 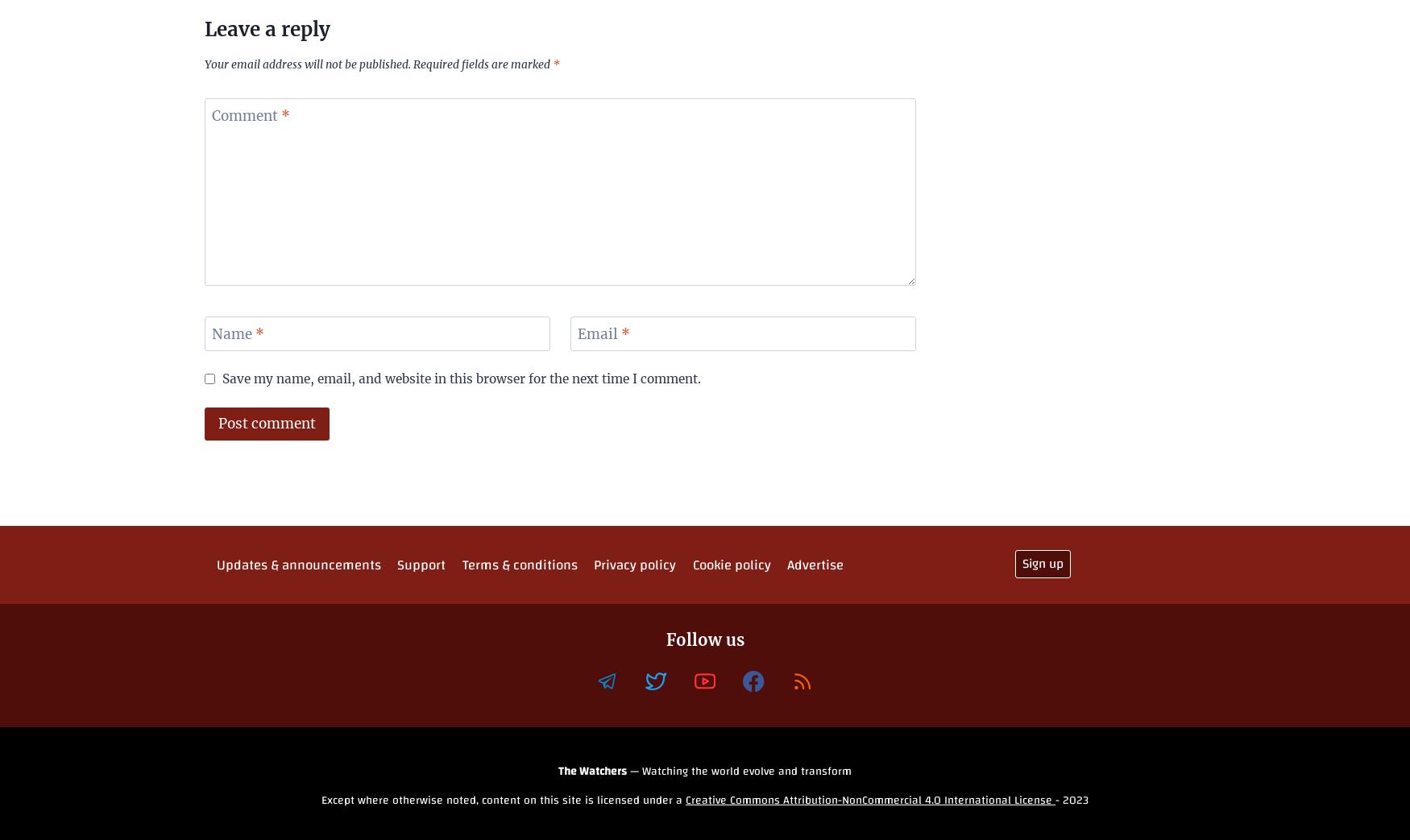 I want to click on 'Leave a reply', so click(x=267, y=28).